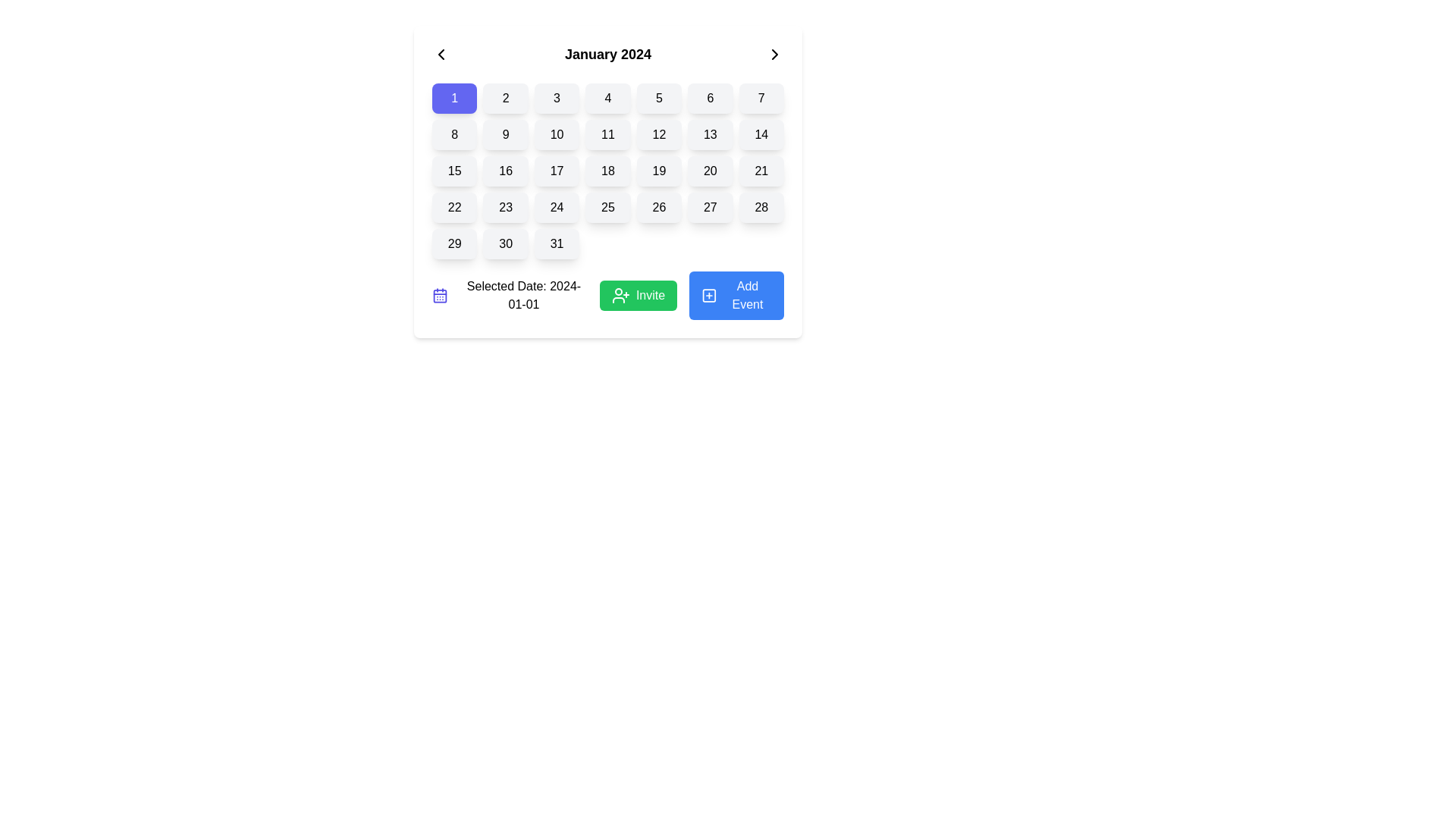 Image resolution: width=1456 pixels, height=819 pixels. What do you see at coordinates (607, 54) in the screenshot?
I see `the text label displaying 'January 2024' at the top center of the calendar interface` at bounding box center [607, 54].